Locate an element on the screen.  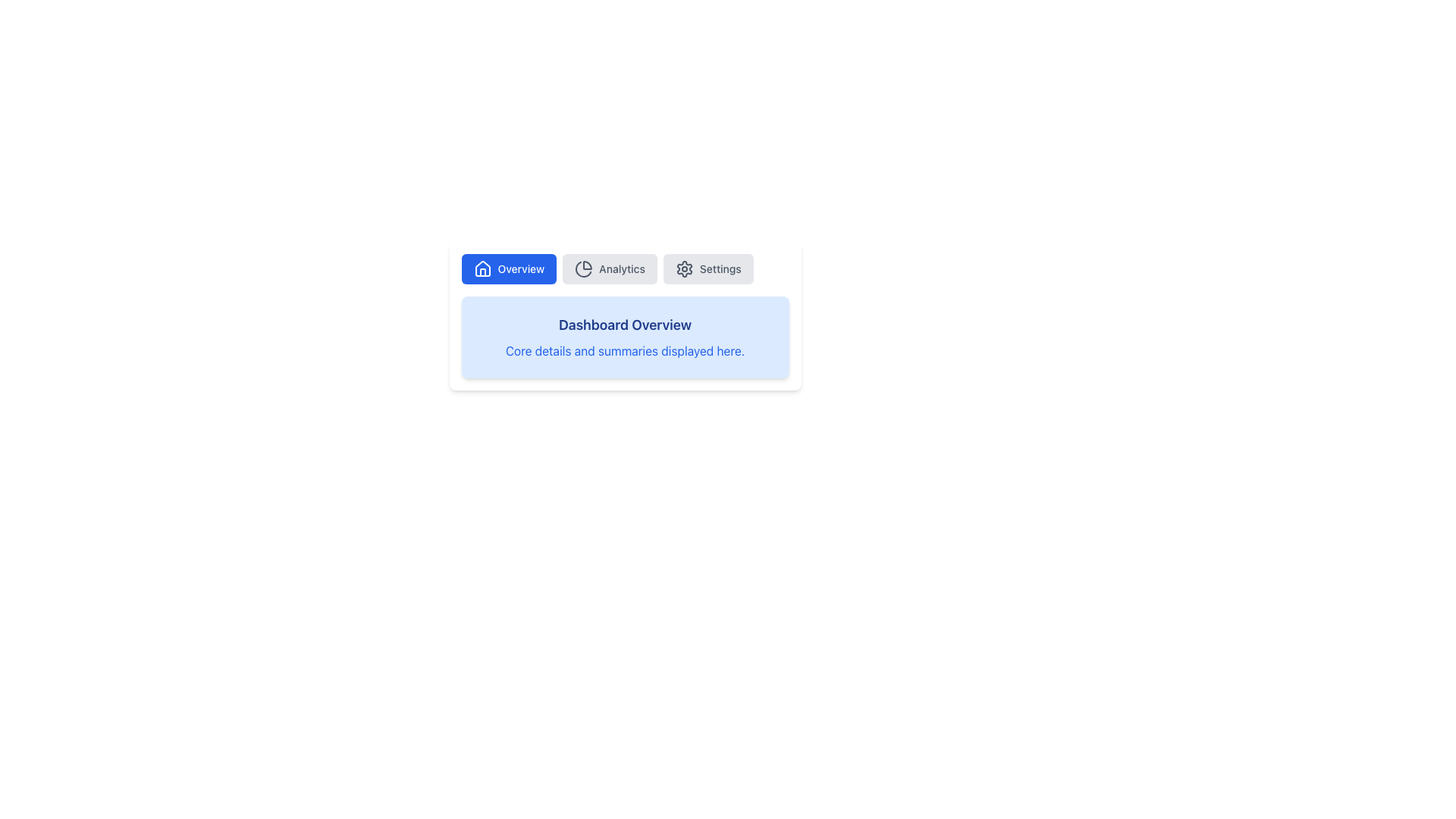
the settings icon located within the 'Settings' button at the top toolbar is located at coordinates (683, 268).